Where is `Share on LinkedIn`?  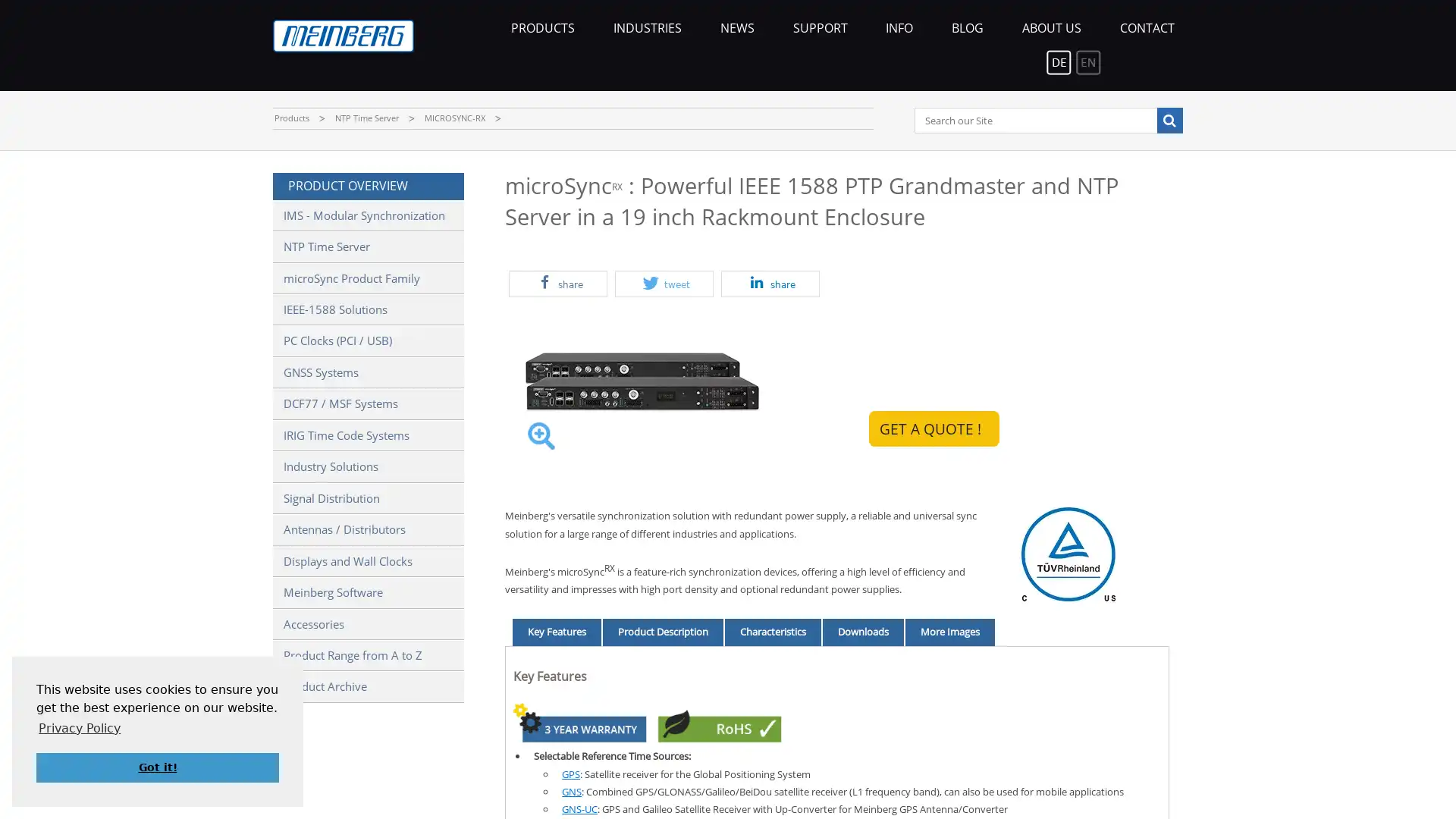
Share on LinkedIn is located at coordinates (770, 284).